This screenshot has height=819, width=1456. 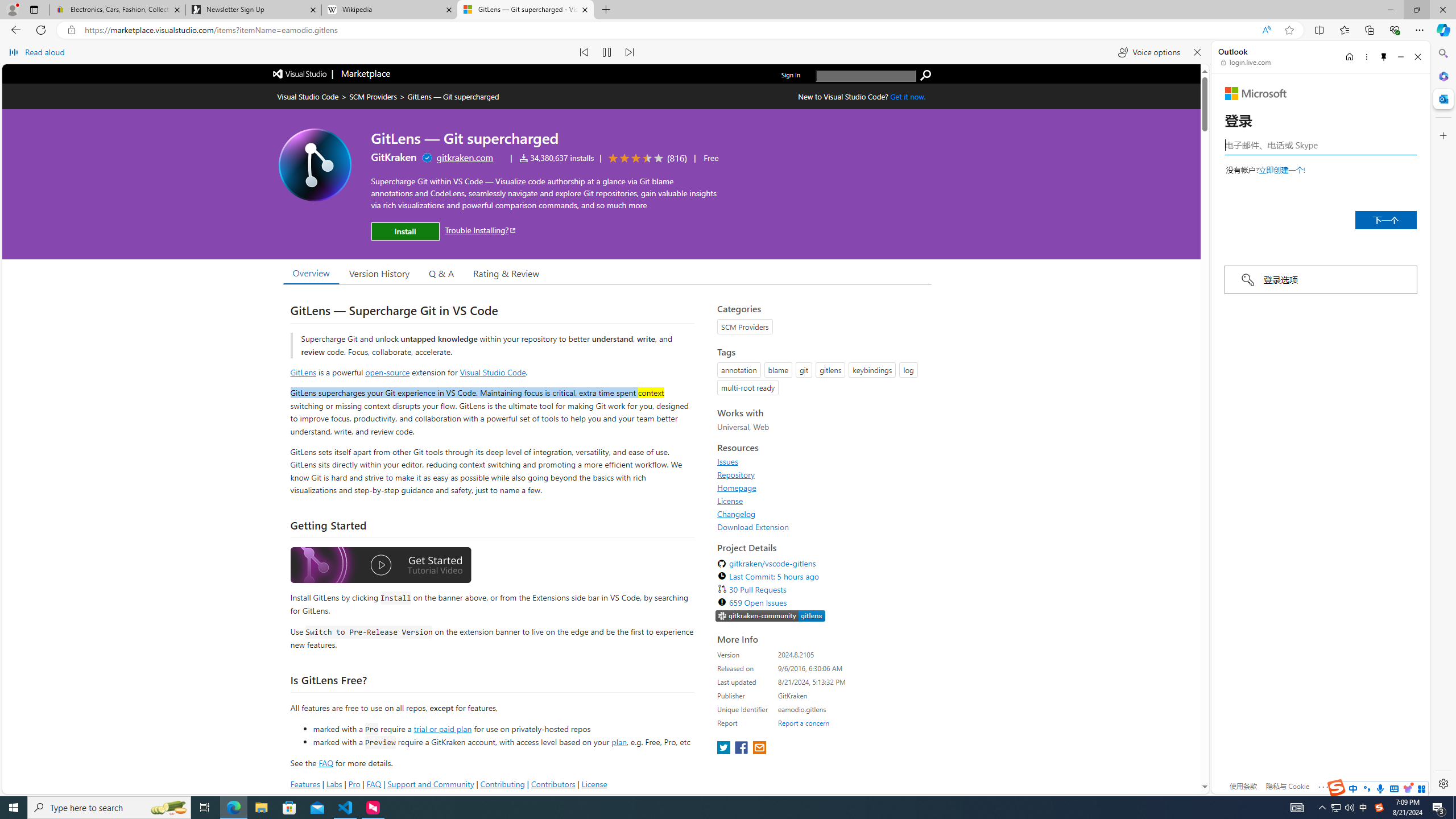 What do you see at coordinates (387, 371) in the screenshot?
I see `'open-source'` at bounding box center [387, 371].